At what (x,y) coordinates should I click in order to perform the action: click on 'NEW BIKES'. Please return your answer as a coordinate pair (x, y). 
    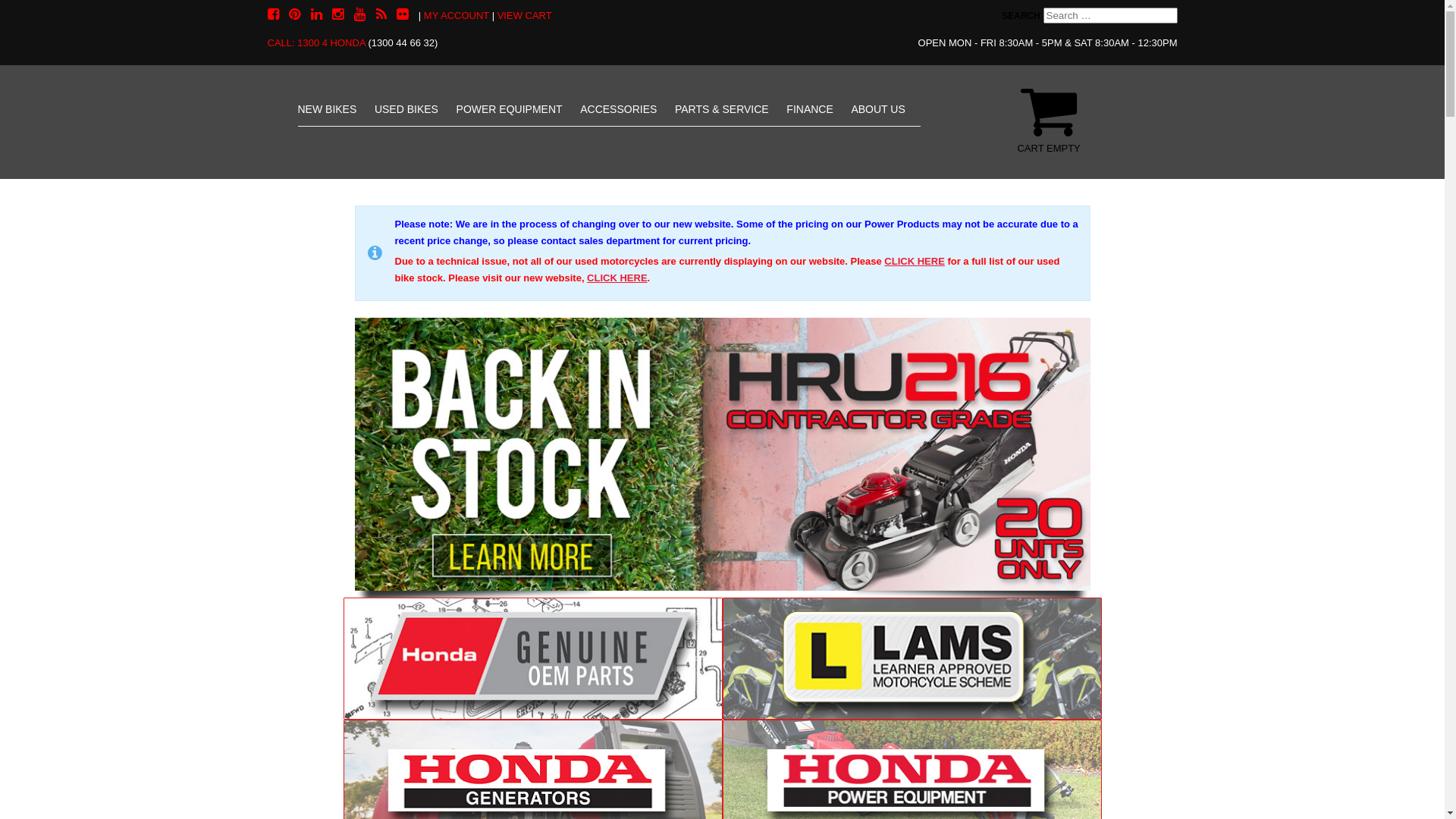
    Looking at the image, I should click on (326, 108).